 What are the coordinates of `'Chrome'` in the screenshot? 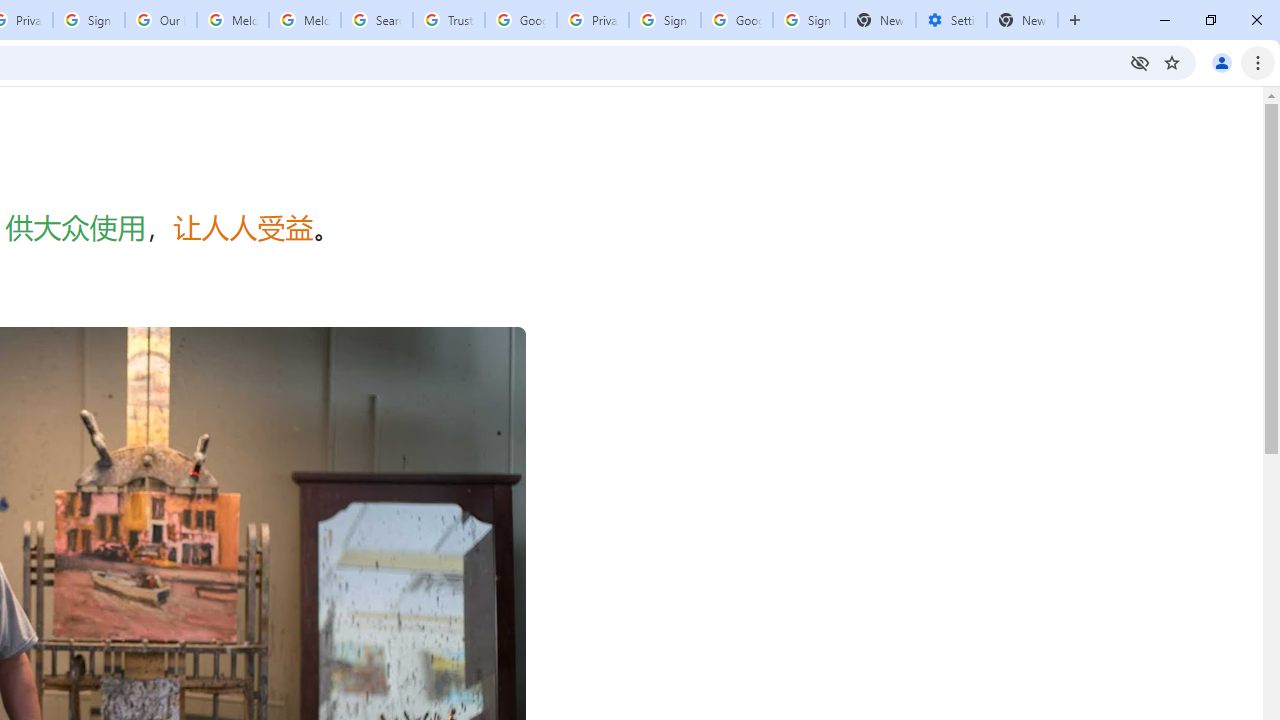 It's located at (1259, 61).